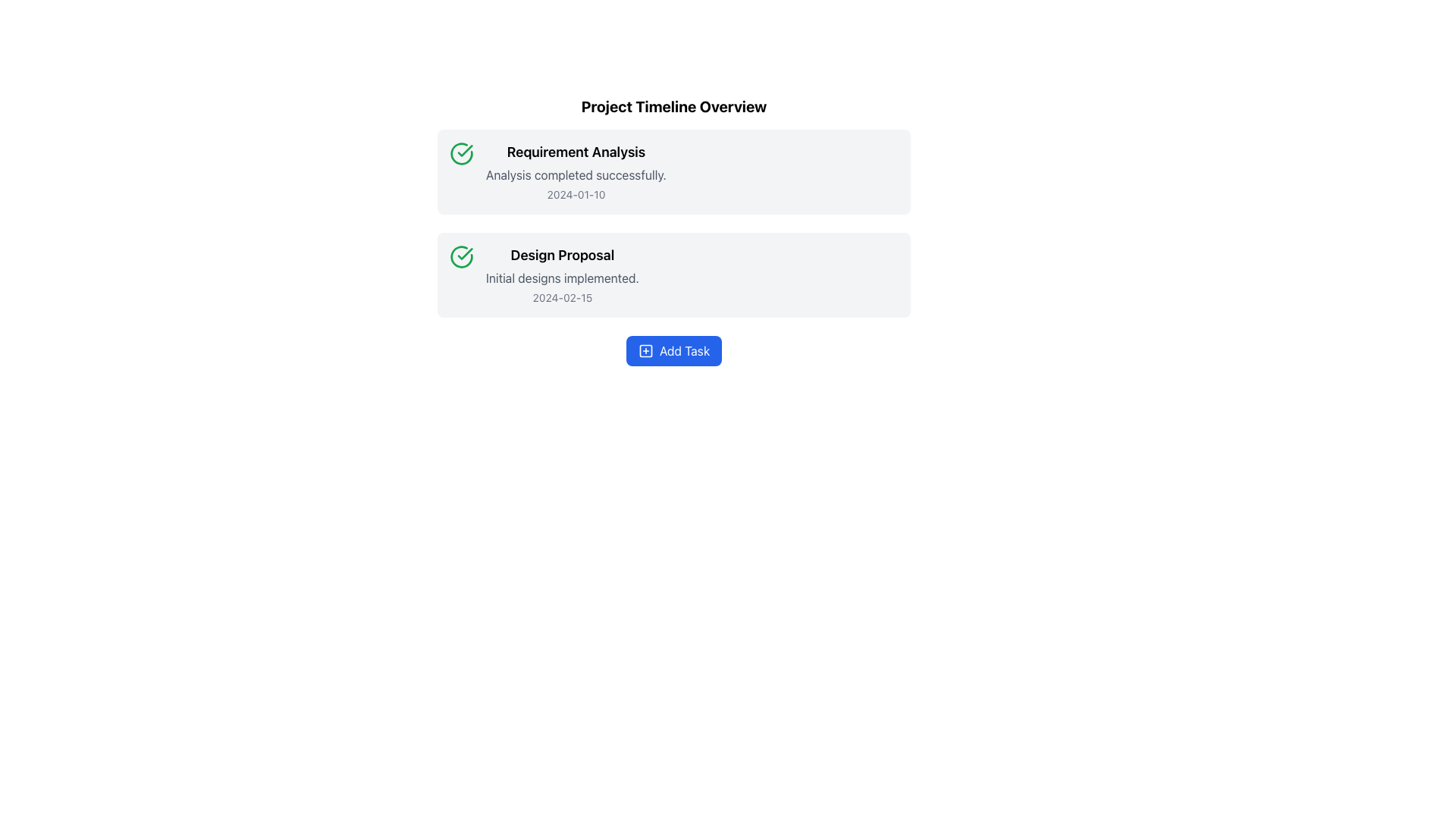 The height and width of the screenshot is (819, 1456). What do you see at coordinates (461, 154) in the screenshot?
I see `completion icon located to the left of the 'Requirement Analysis' title in the first task section` at bounding box center [461, 154].